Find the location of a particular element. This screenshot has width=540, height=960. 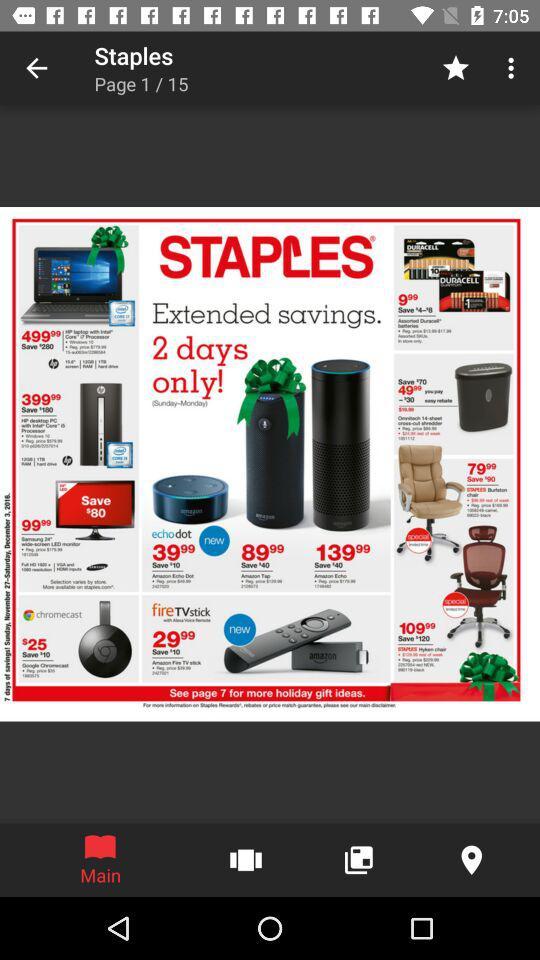

the icon to the left of staples icon is located at coordinates (36, 68).